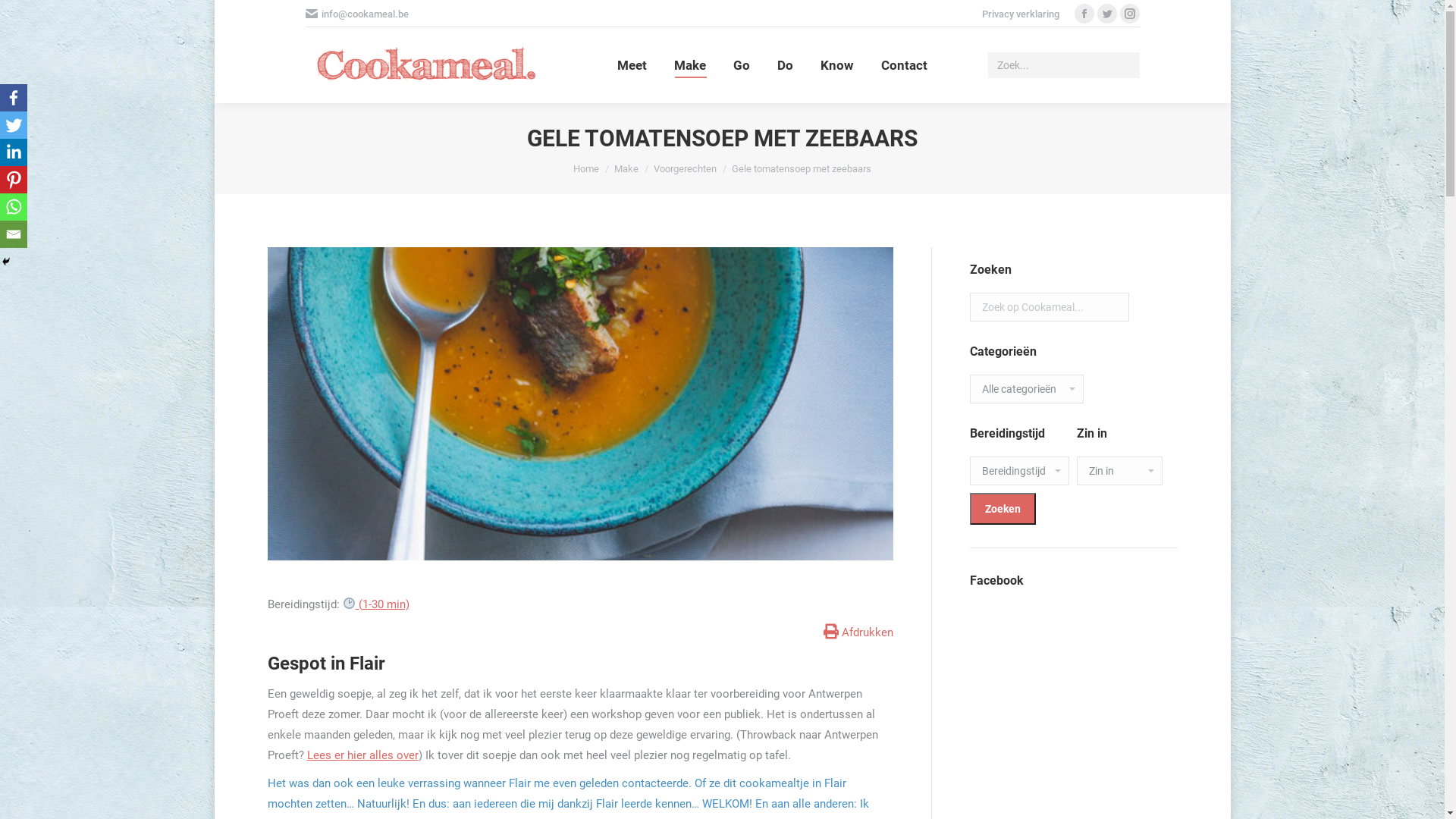  I want to click on 'Twitter page opens in new window', so click(1106, 14).